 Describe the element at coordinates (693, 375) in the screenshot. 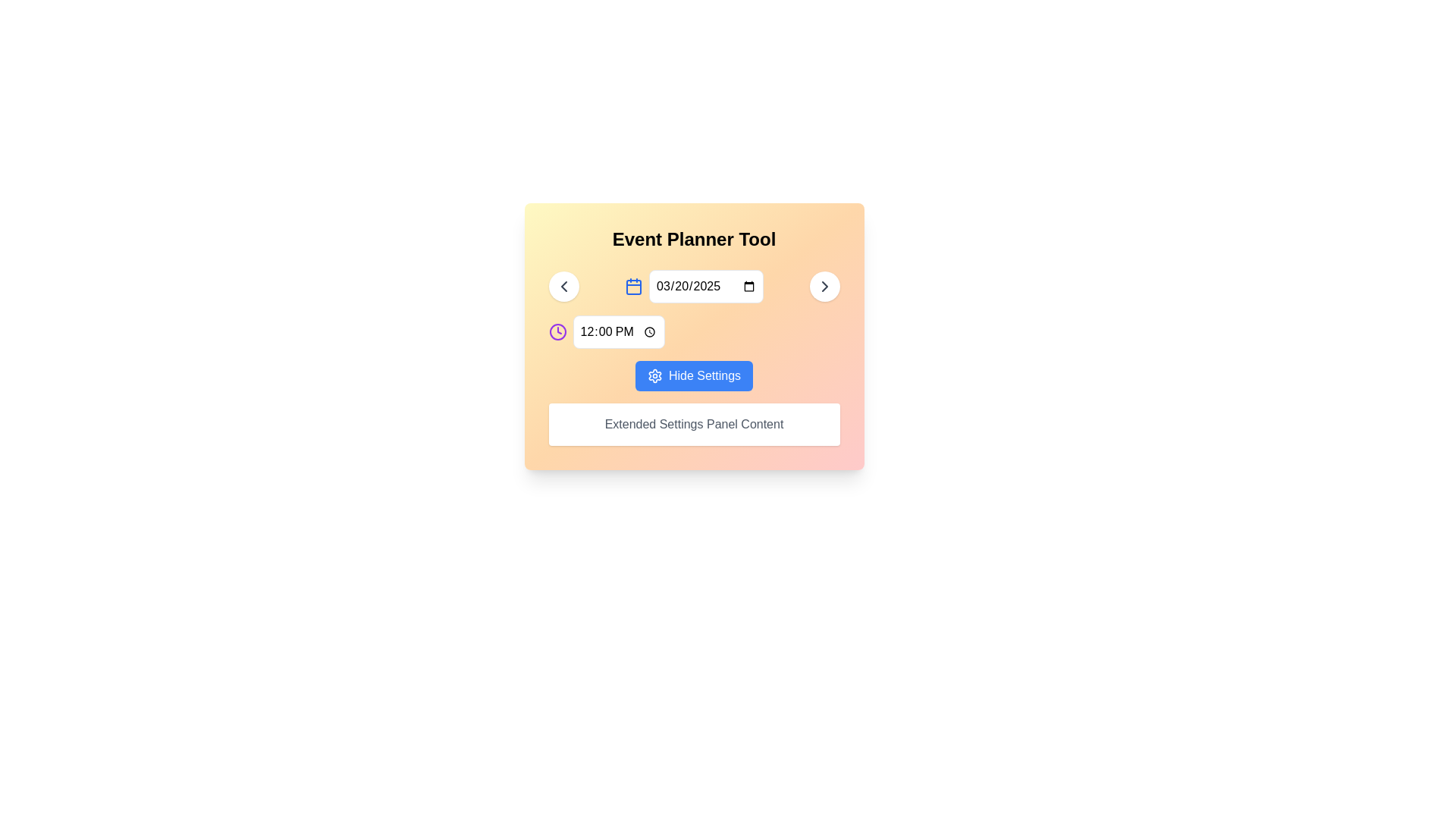

I see `the toggle button located in the 'Event Planner Tool' panel to hide the extended settings panel` at that location.